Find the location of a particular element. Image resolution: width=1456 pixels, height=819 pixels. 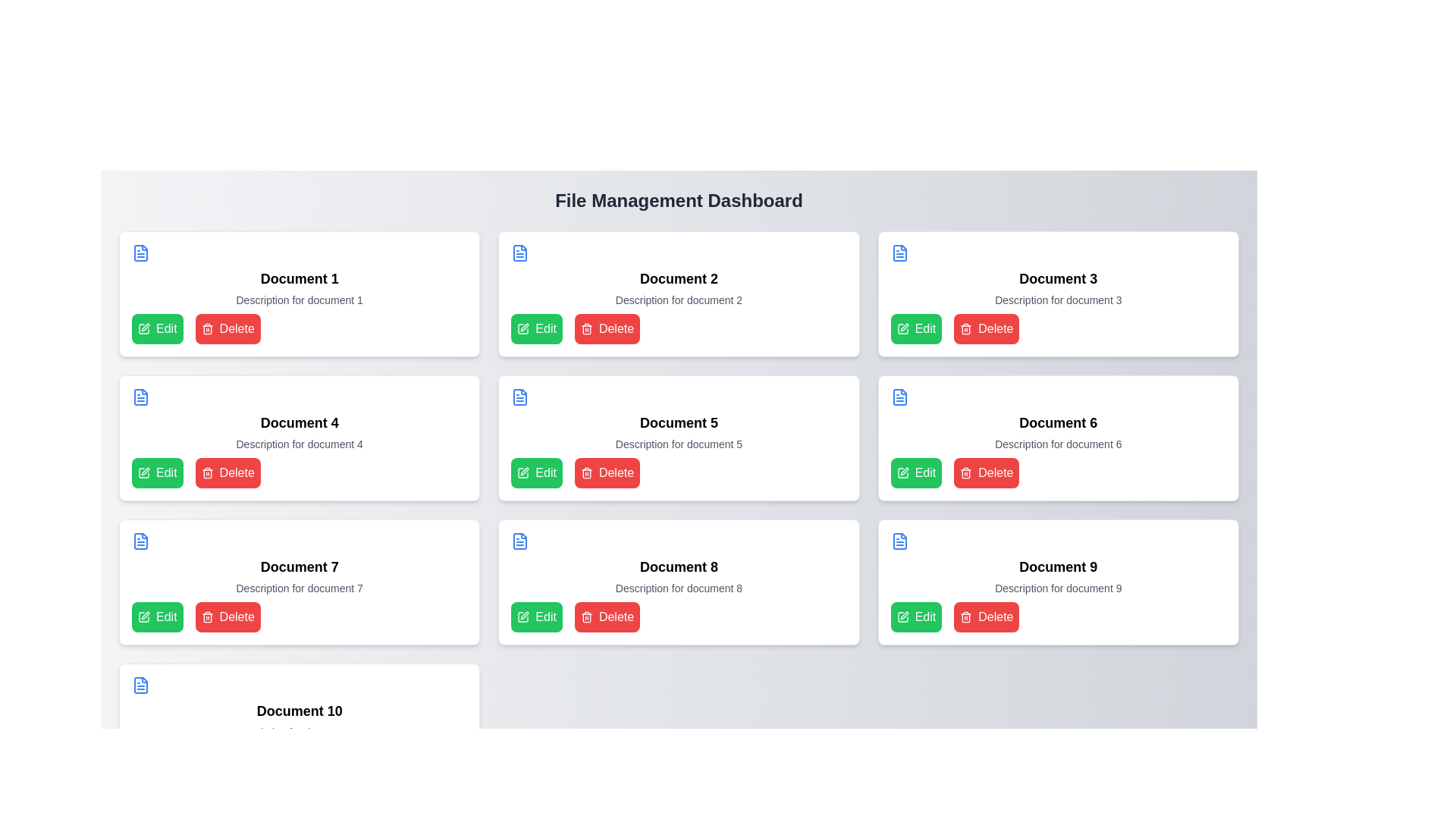

the edit button associated with 'Document 2' is located at coordinates (537, 328).